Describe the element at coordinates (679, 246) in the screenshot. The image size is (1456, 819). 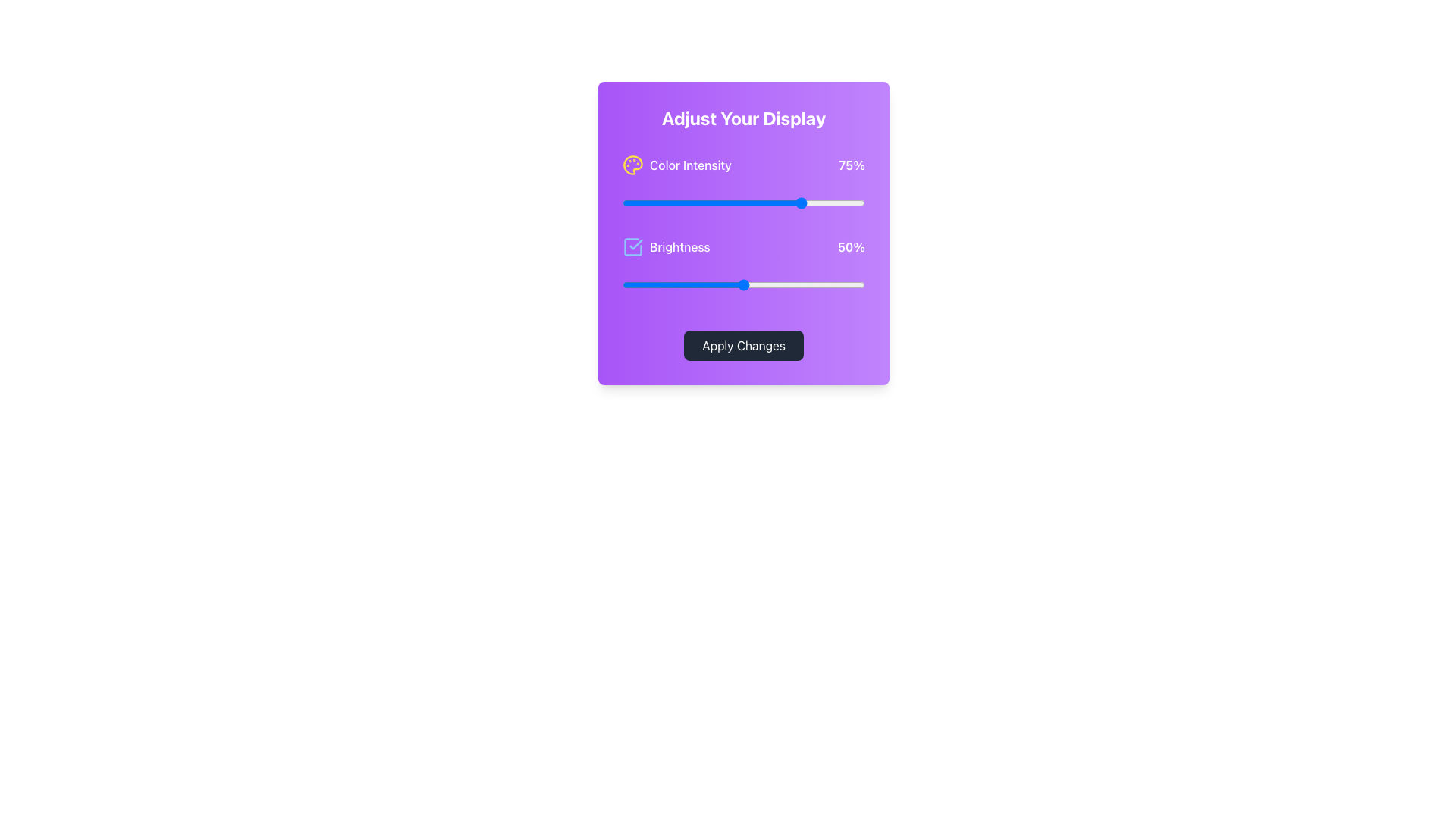
I see `text of the Label that describes the associated control for adjusting brightness settings, located to the right of a checkbox icon` at that location.